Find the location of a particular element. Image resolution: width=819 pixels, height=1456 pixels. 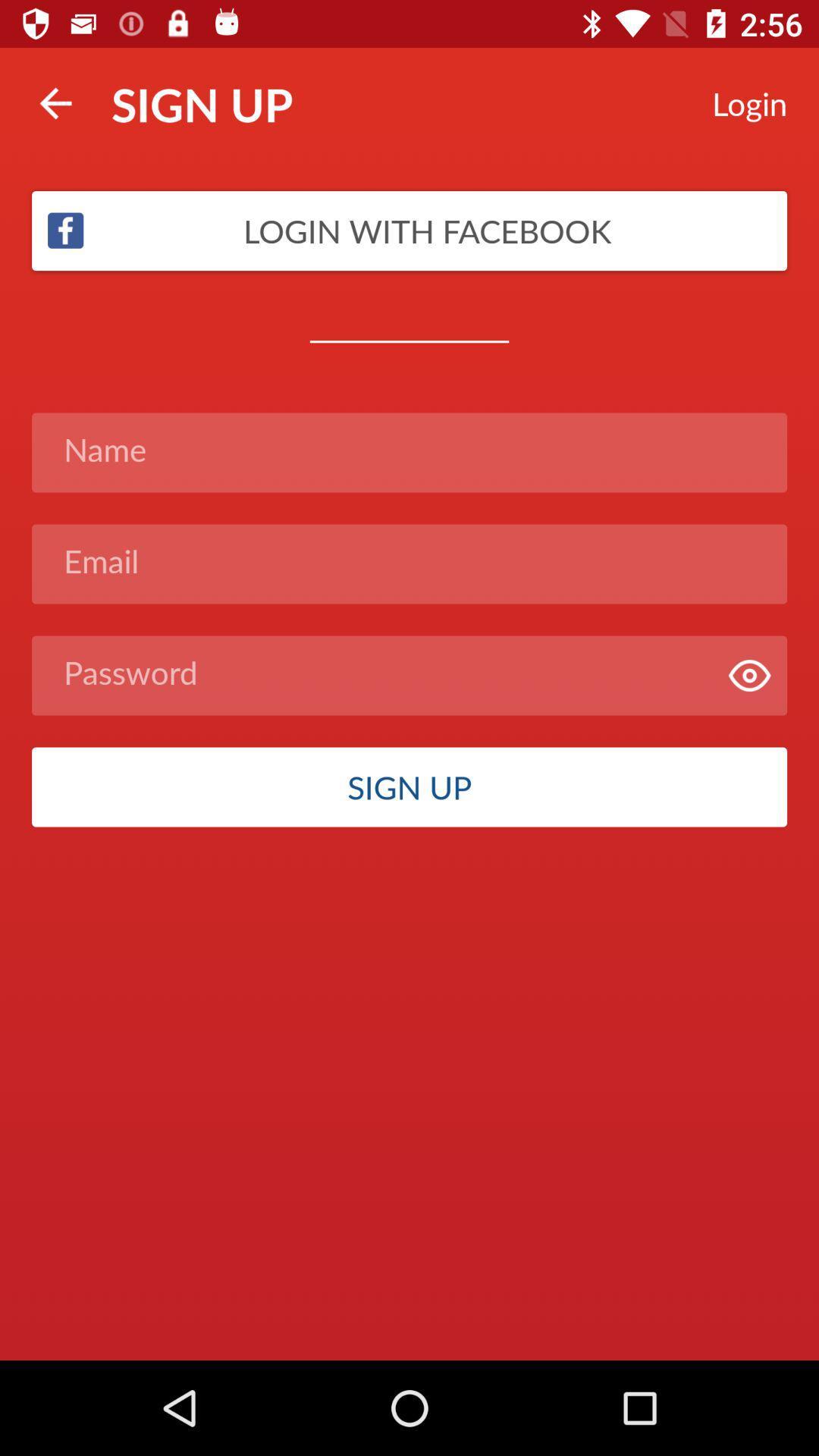

item above the sign up item is located at coordinates (409, 675).